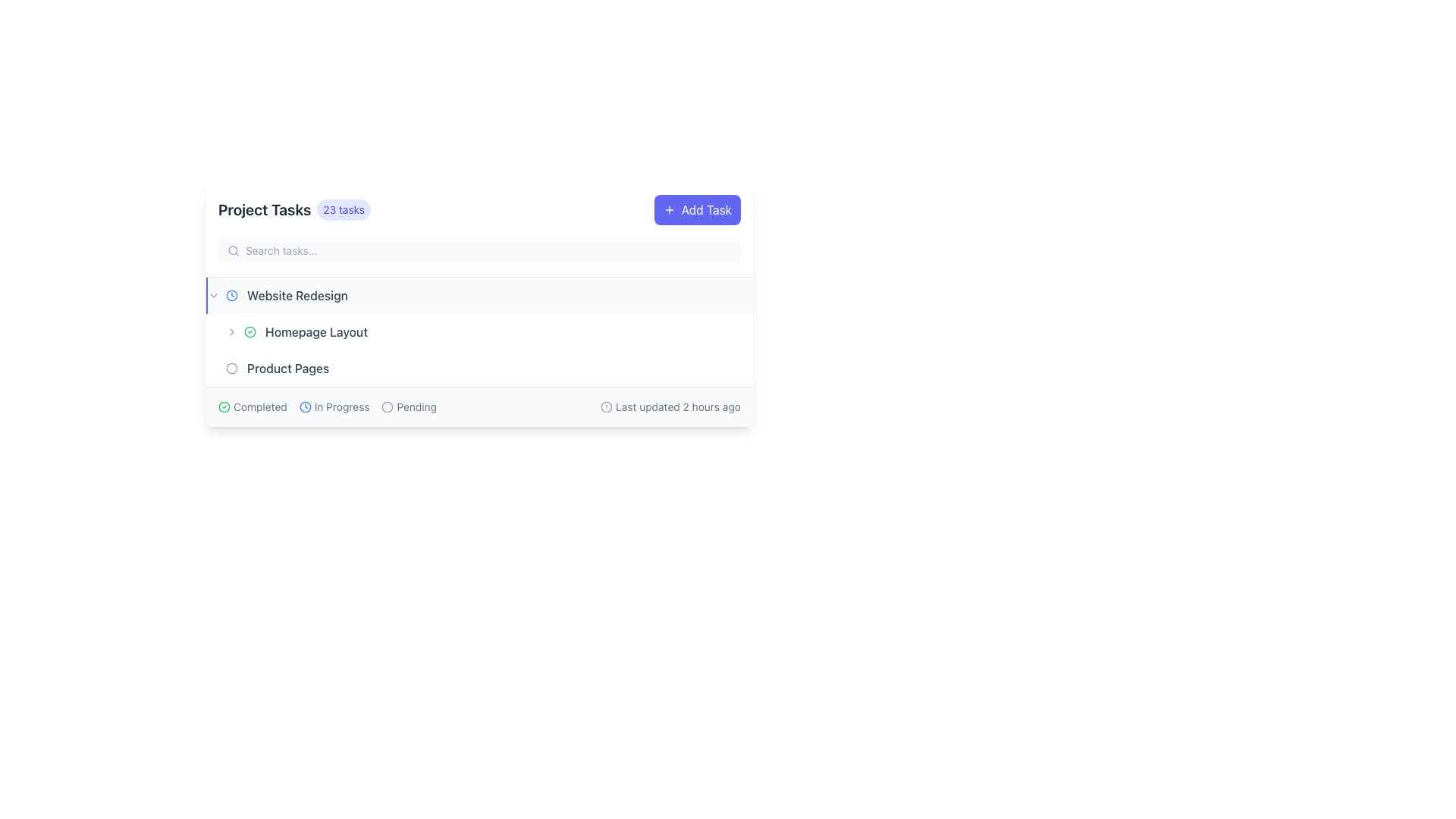 Image resolution: width=1456 pixels, height=819 pixels. I want to click on the circular graphical component of the clock icon located on the left side of the task titled 'Website Redesign', so click(231, 295).